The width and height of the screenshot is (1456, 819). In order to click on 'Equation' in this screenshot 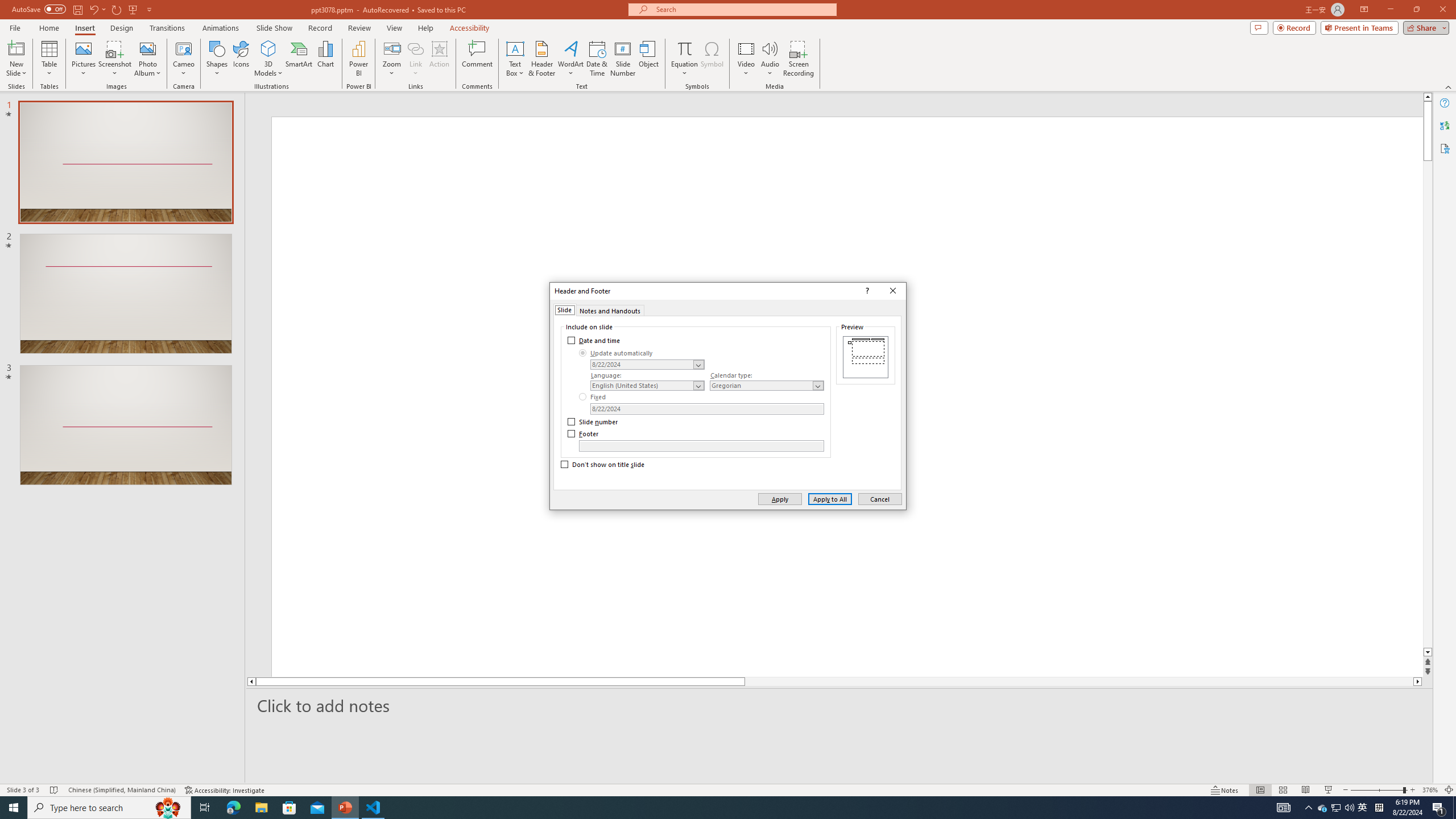, I will do `click(684, 59)`.